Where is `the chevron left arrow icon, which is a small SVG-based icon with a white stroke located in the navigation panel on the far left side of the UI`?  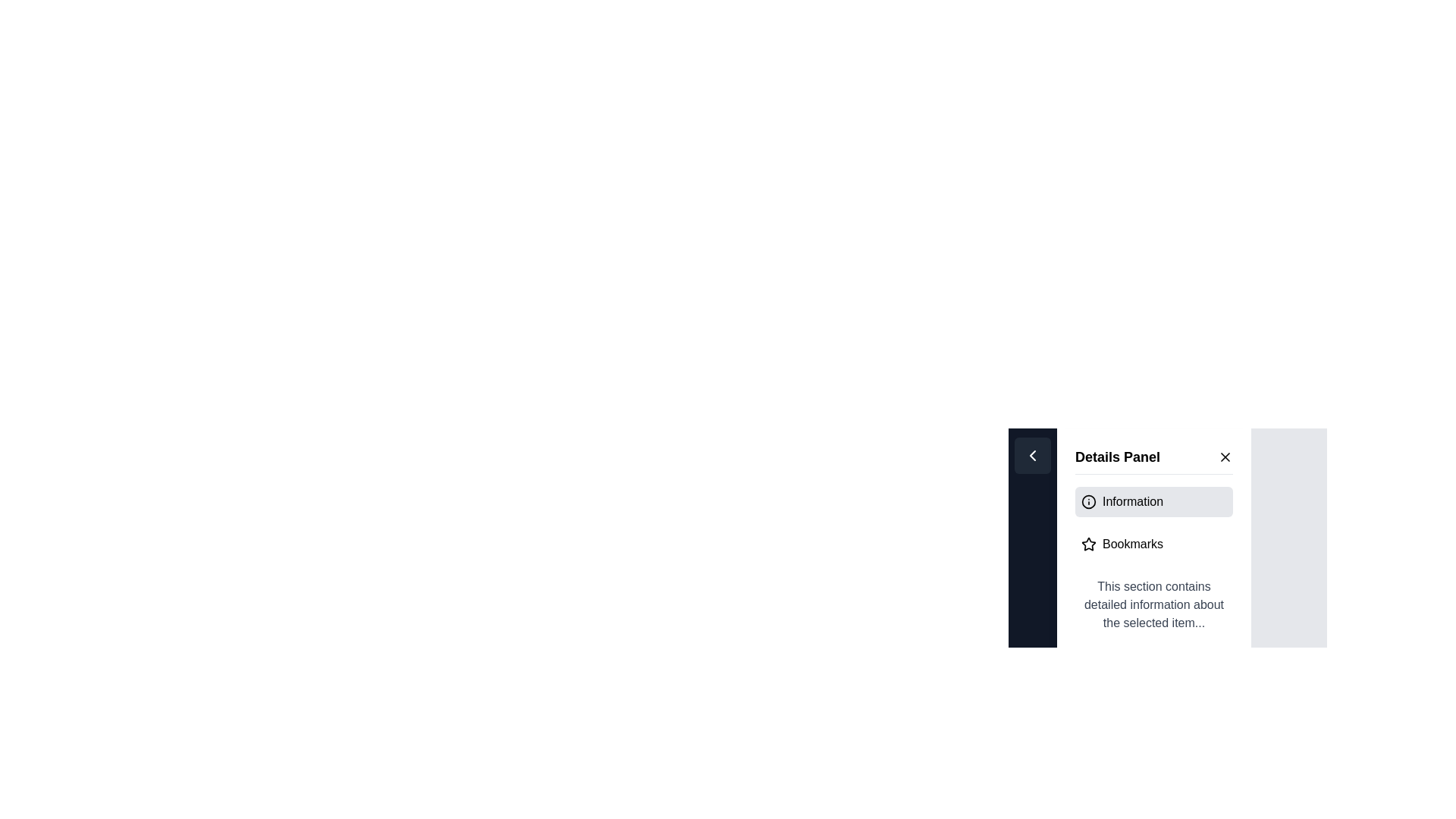
the chevron left arrow icon, which is a small SVG-based icon with a white stroke located in the navigation panel on the far left side of the UI is located at coordinates (1032, 455).